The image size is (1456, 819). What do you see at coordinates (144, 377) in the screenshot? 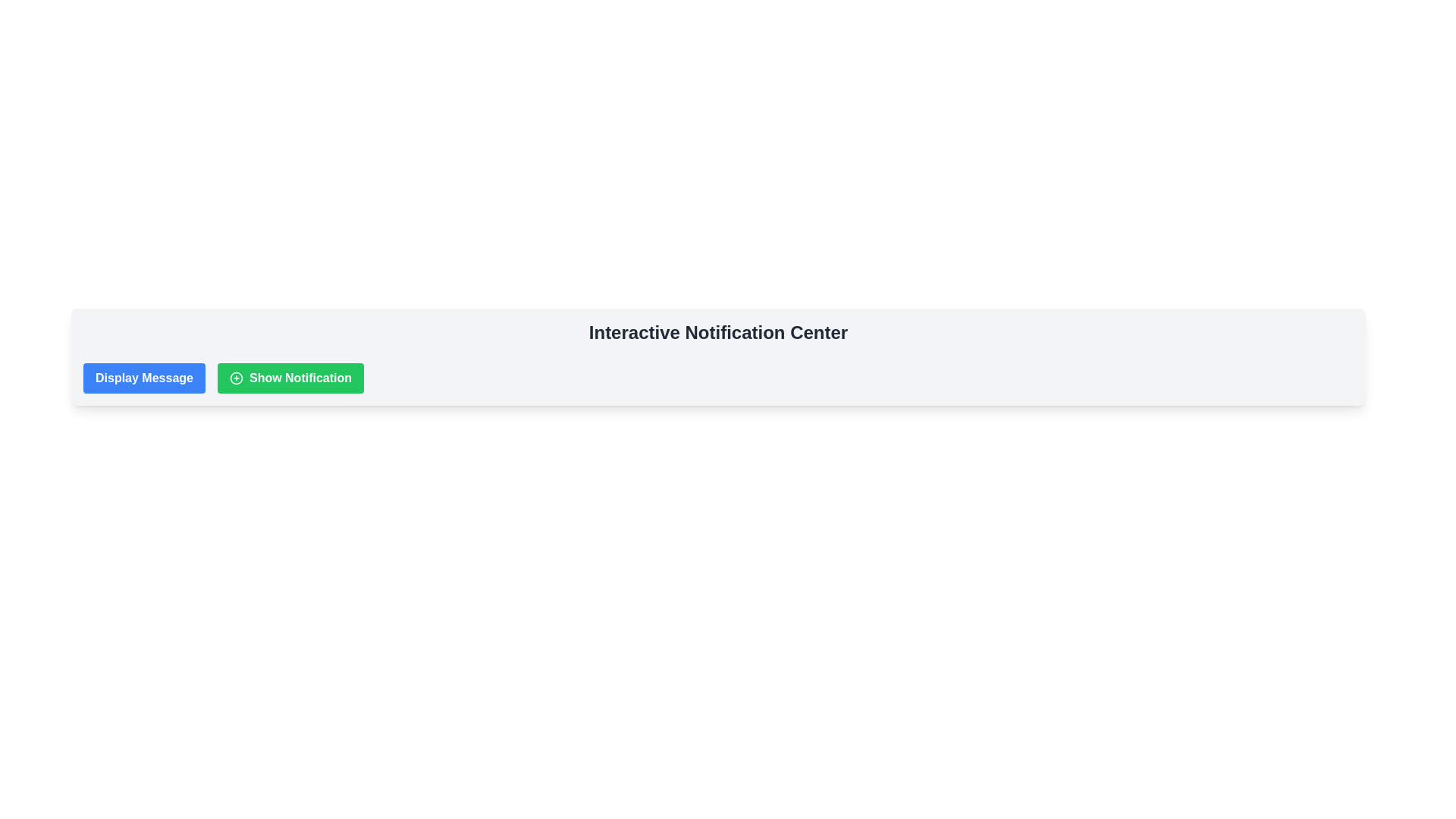
I see `the blue button labeled 'Display Message'` at bounding box center [144, 377].